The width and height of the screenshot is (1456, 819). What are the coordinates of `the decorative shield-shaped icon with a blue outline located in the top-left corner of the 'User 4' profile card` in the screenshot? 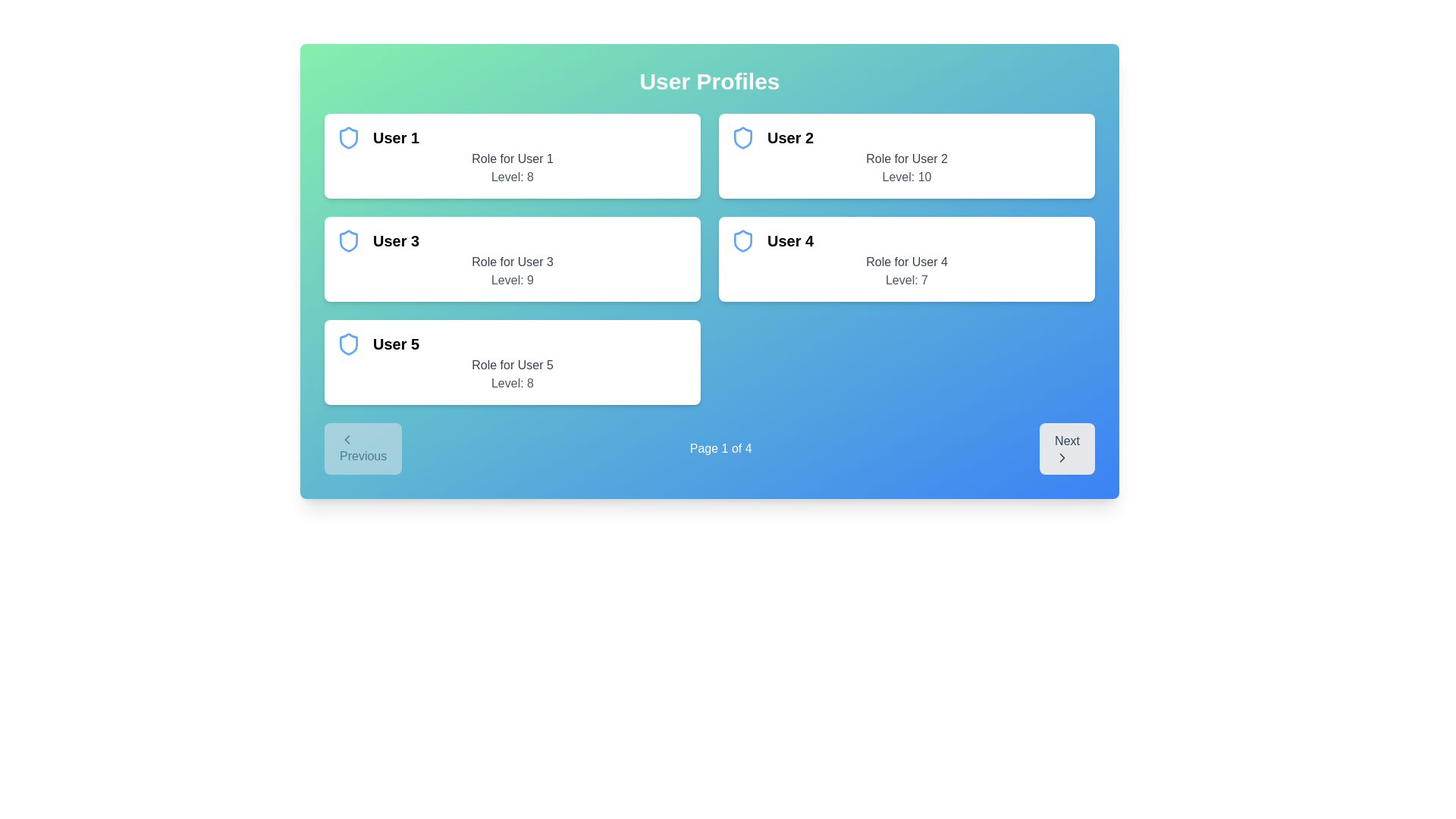 It's located at (742, 240).